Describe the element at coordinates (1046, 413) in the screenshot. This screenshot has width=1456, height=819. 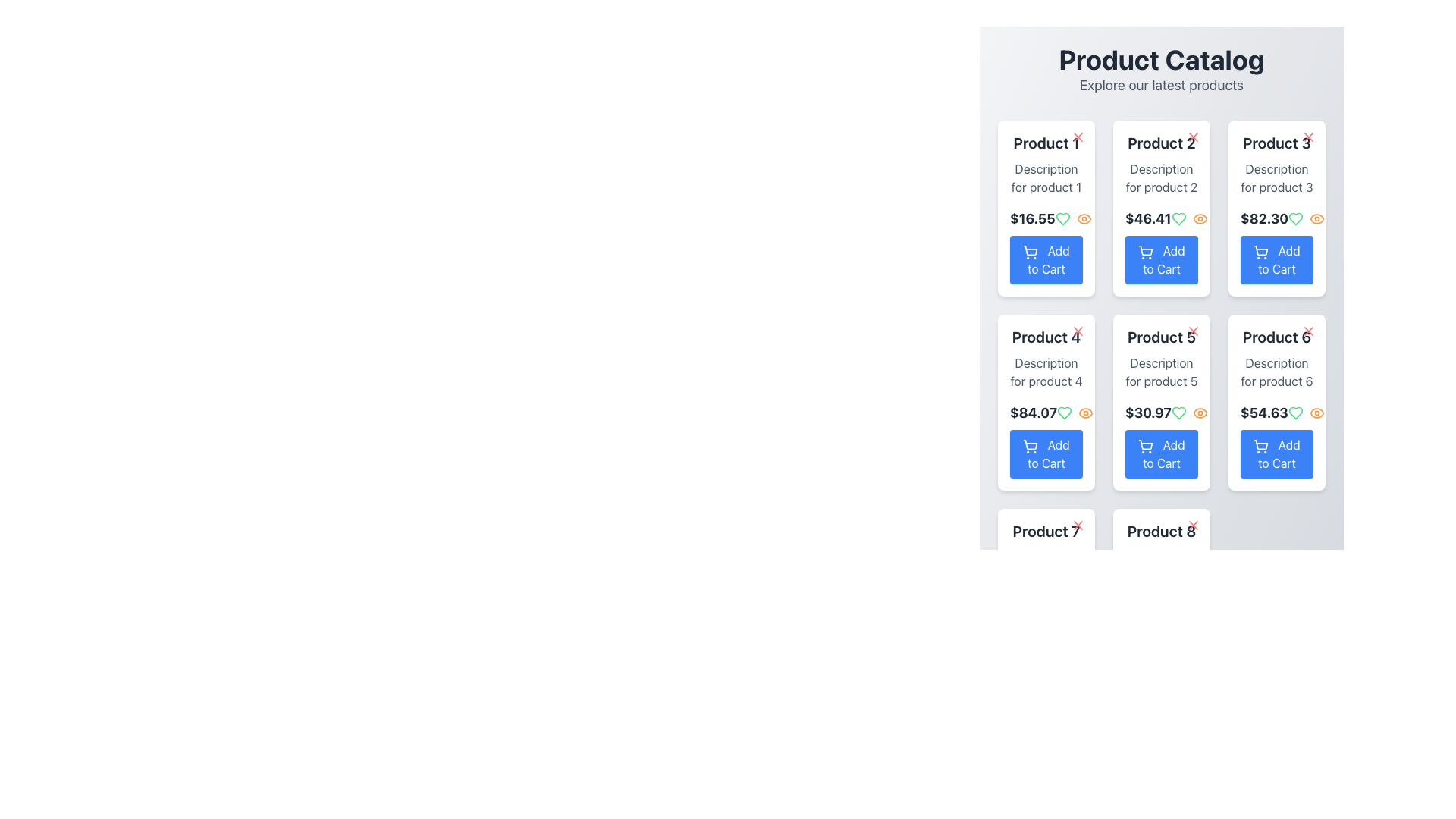
I see `the price display for 'Product 4', which shows the value '$84.07' in bold black text, located in the second row, first column of the product card` at that location.